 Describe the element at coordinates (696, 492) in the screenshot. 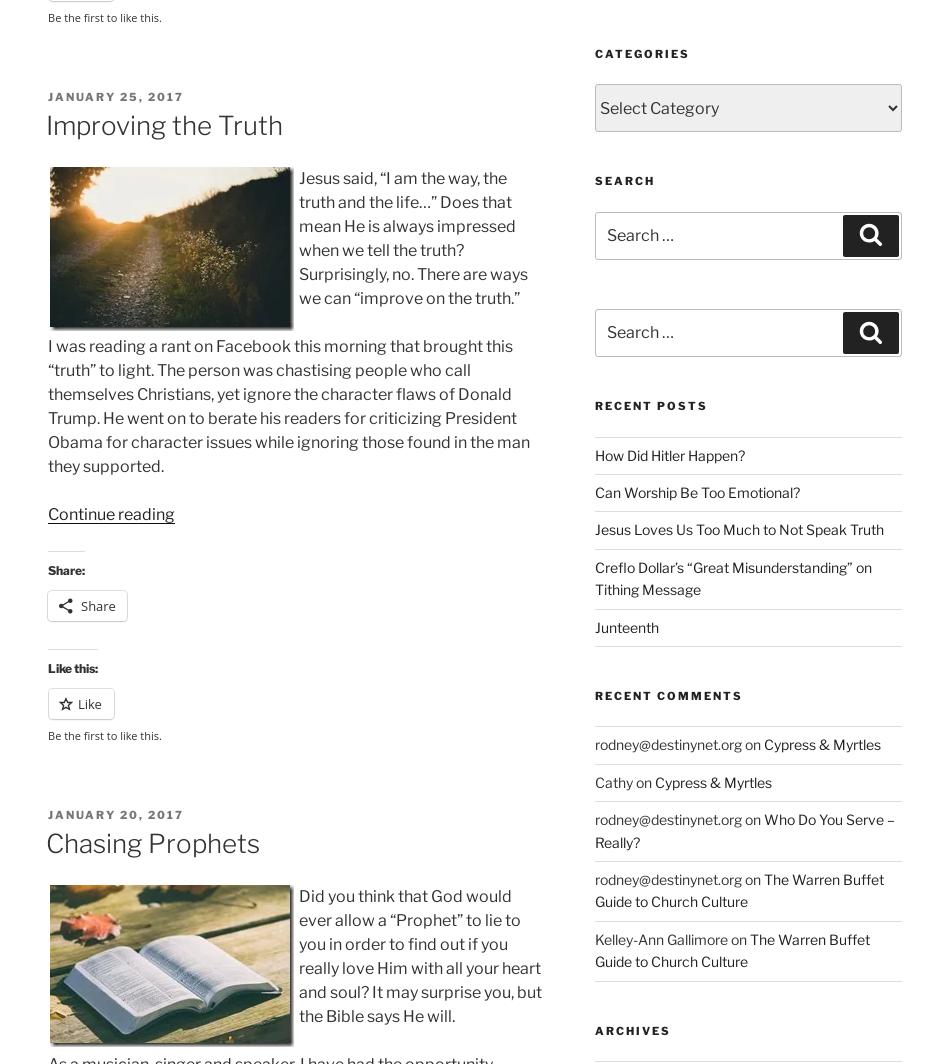

I see `'Can Worship Be Too Emotional?'` at that location.